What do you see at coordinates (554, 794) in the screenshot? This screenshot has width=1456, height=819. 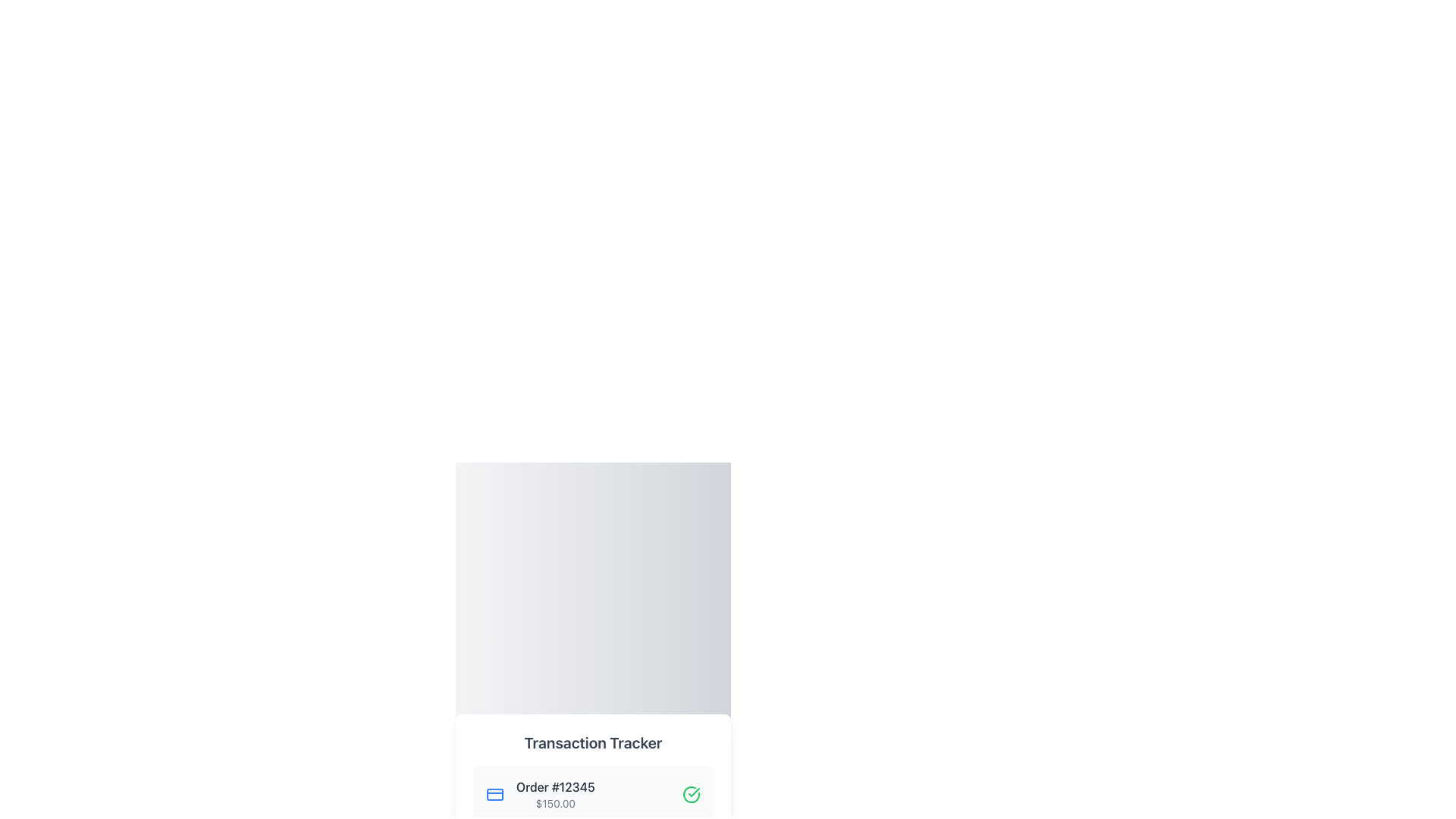 I see `the text label displaying 'Order #12345' and '$150.00' located centrally beneath the 'Transaction Tracker' header` at bounding box center [554, 794].